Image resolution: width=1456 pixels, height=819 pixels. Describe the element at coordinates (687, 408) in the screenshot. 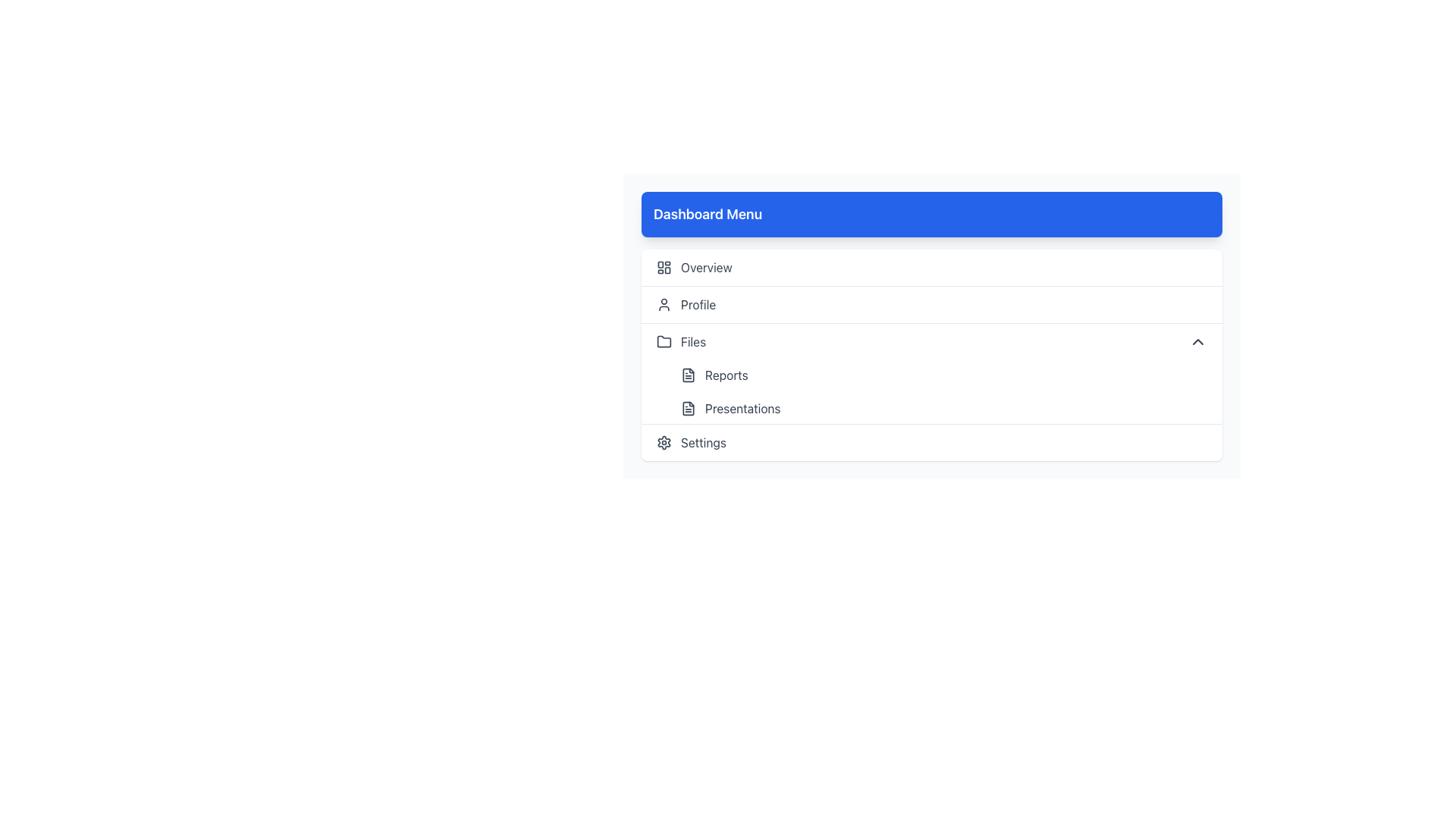

I see `the document icon located to the left of the 'Presentations' label in the sidebar menu` at that location.